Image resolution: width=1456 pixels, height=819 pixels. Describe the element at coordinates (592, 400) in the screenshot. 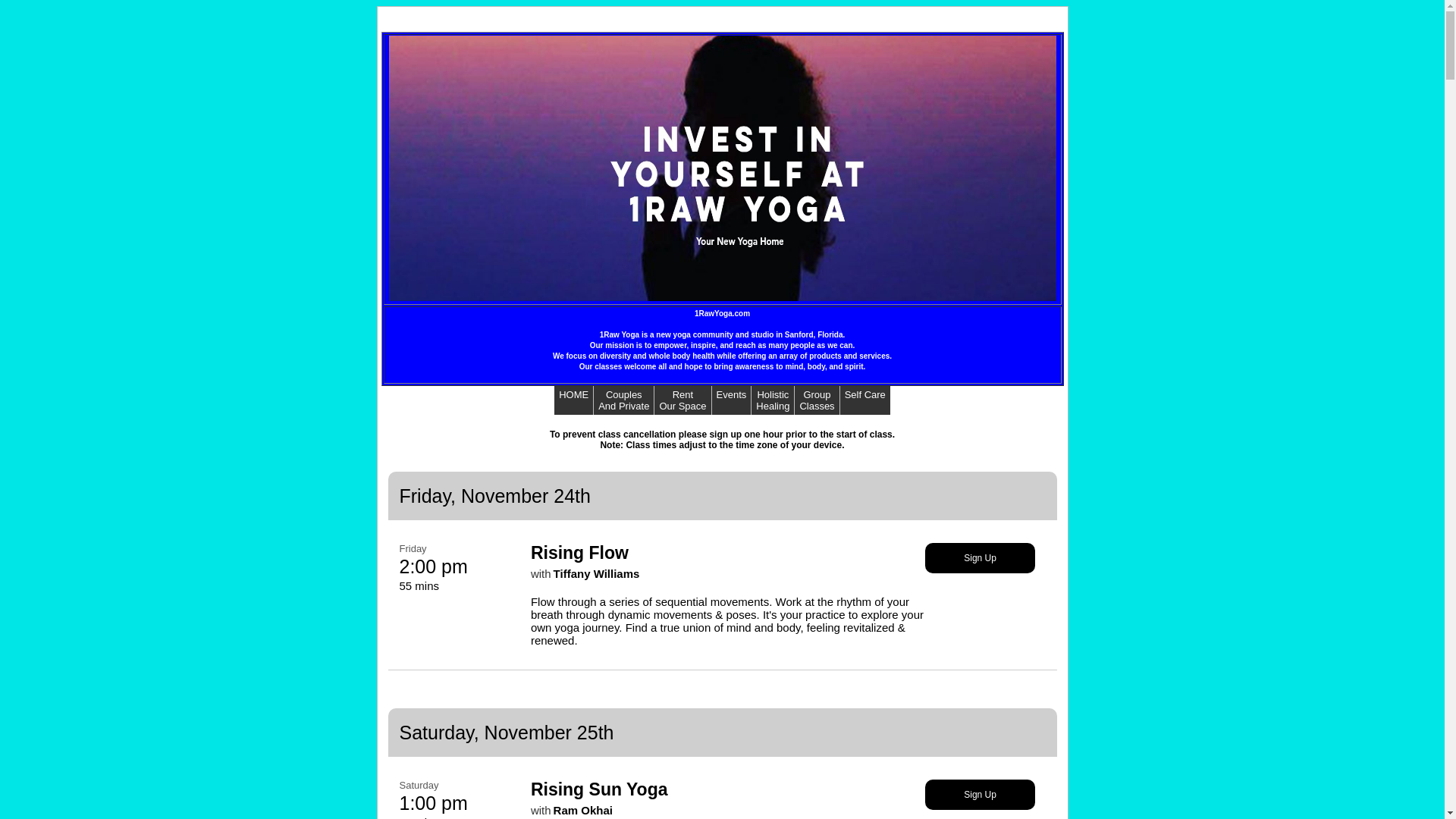

I see `'Couples` at that location.